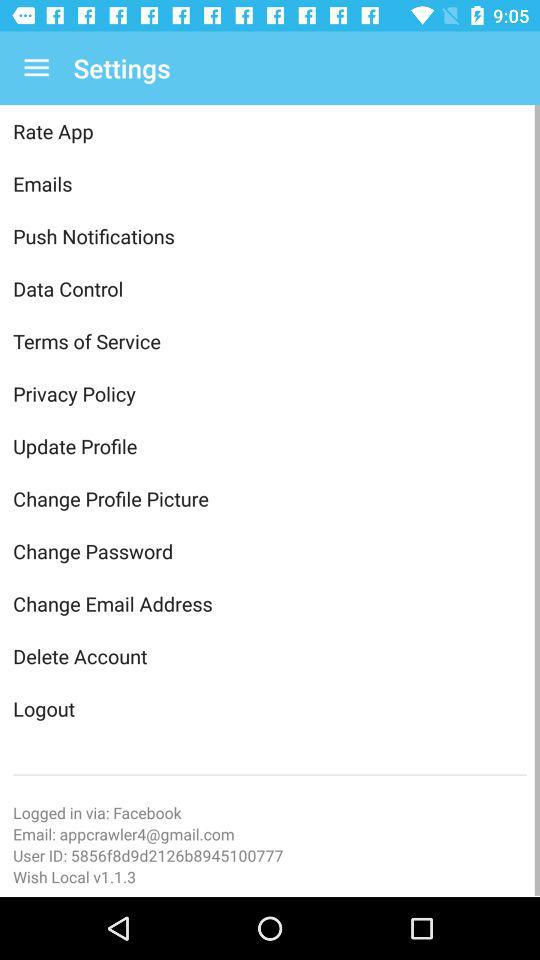 The image size is (540, 960). I want to click on the item below data control icon, so click(270, 341).